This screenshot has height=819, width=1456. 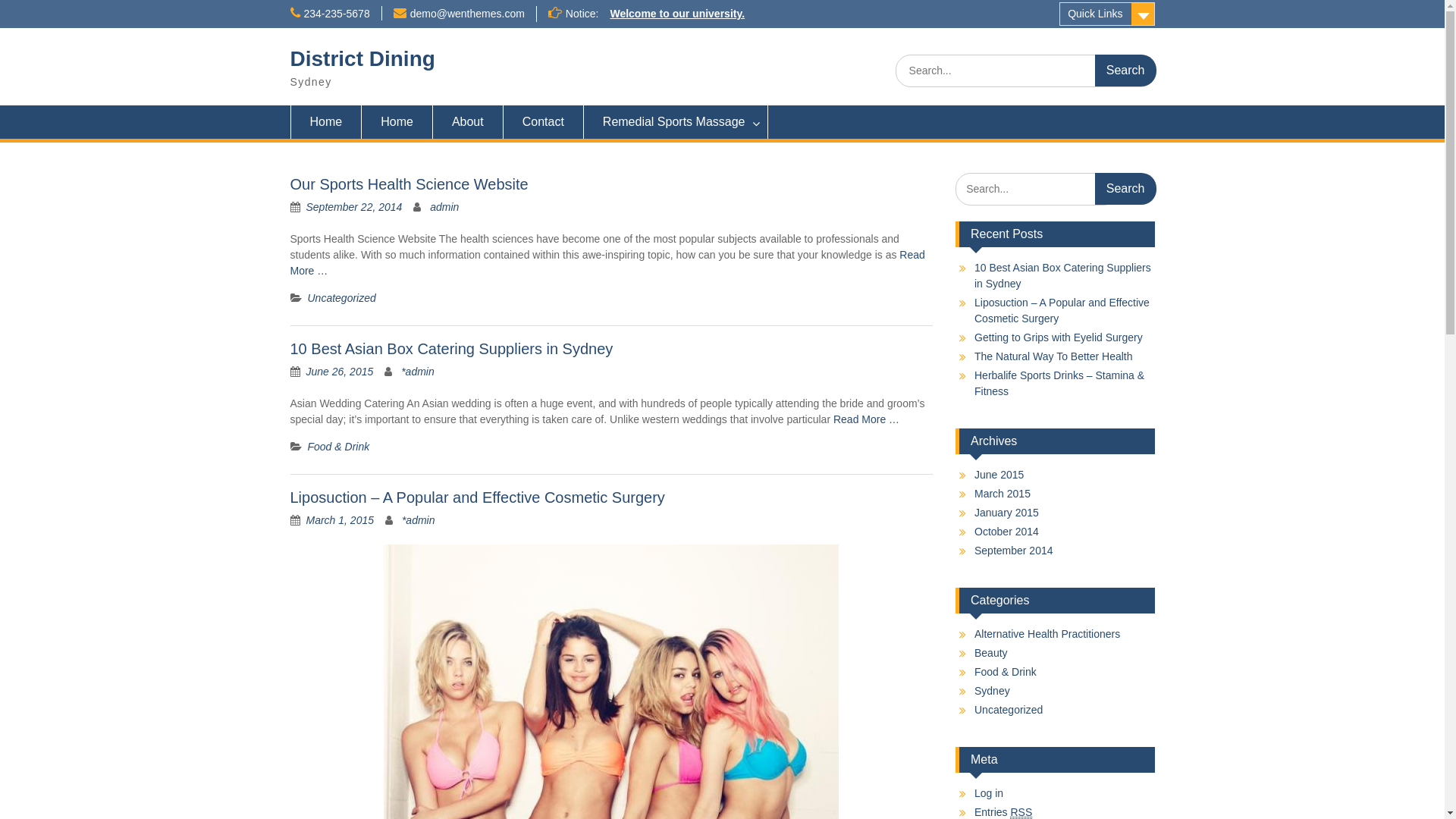 What do you see at coordinates (340, 519) in the screenshot?
I see `'March 1, 2015'` at bounding box center [340, 519].